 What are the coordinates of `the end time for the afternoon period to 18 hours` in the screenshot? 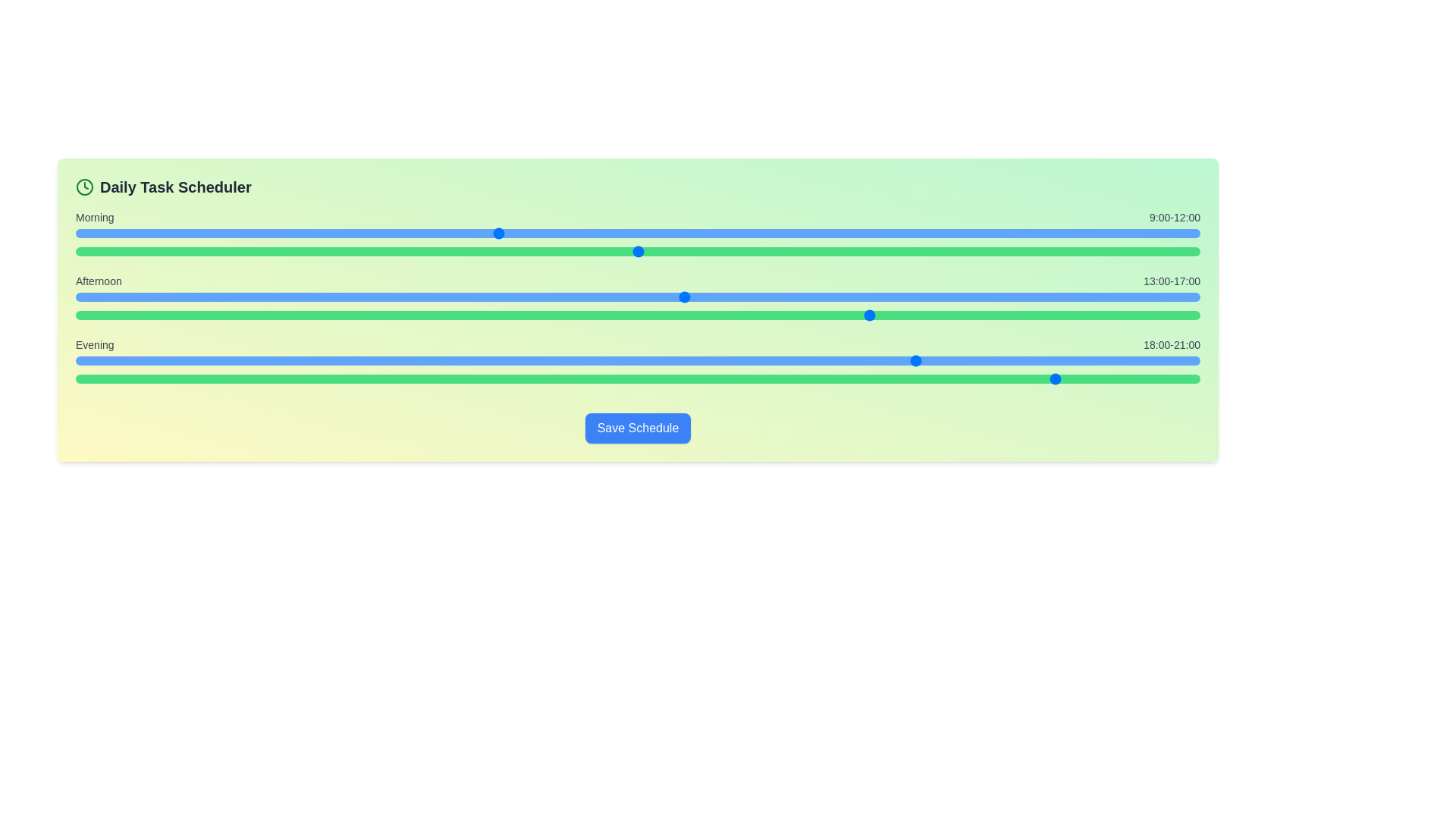 It's located at (586, 315).